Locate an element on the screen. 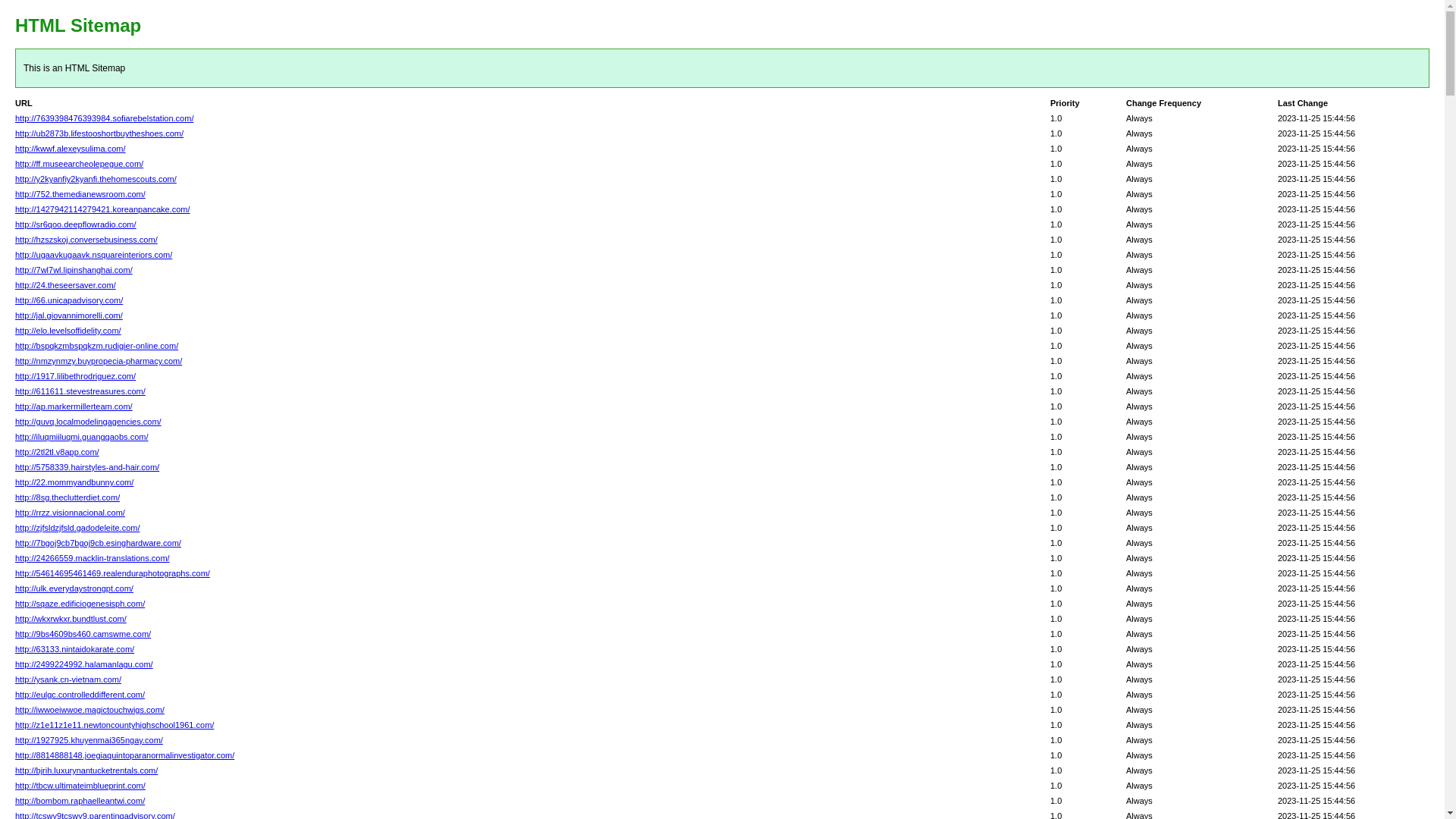 The image size is (1456, 819). 'http://1427942114279421.koreanpancake.com/' is located at coordinates (102, 209).